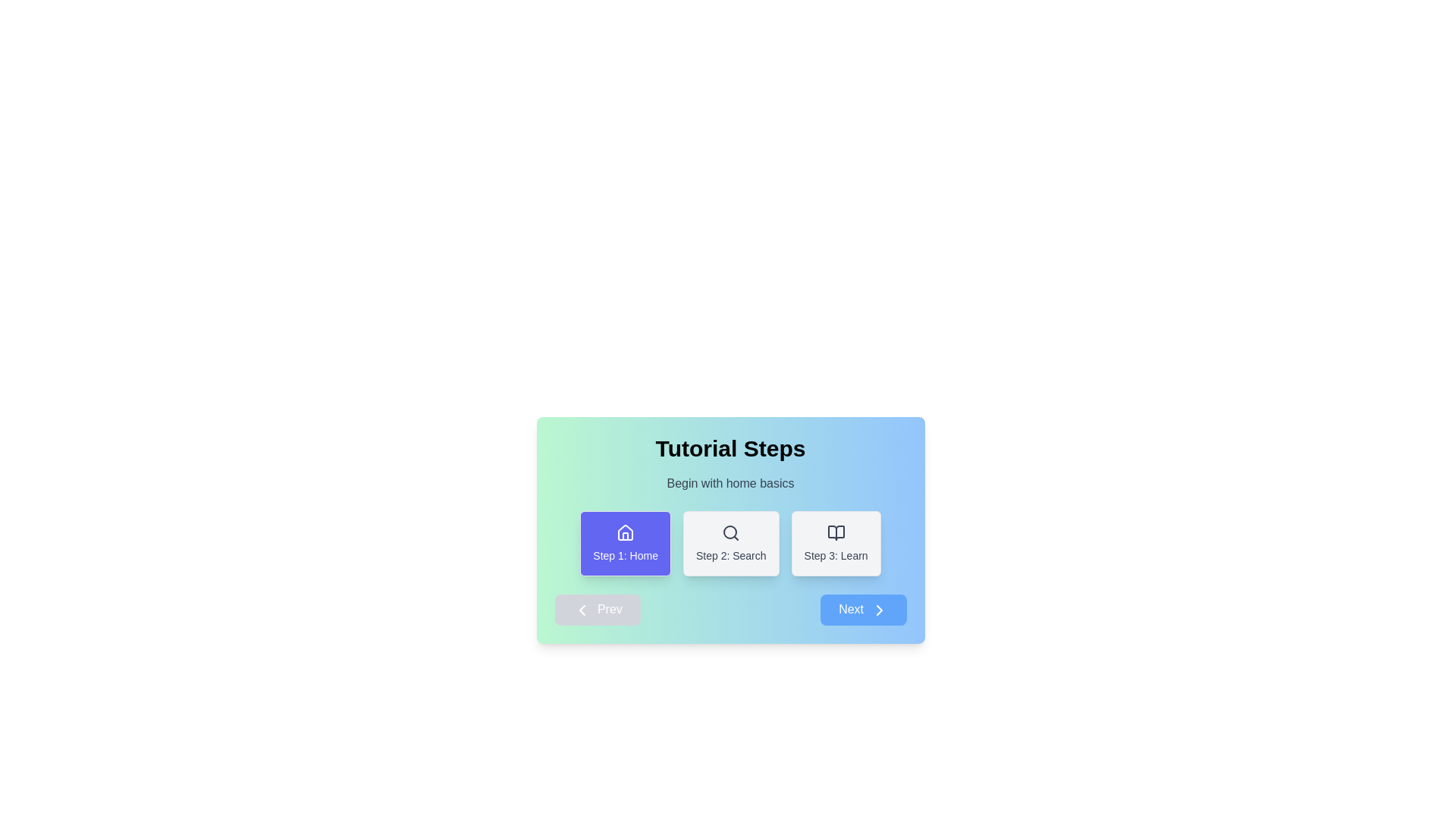  Describe the element at coordinates (626, 543) in the screenshot. I see `the tutorial step 1 to view its details` at that location.